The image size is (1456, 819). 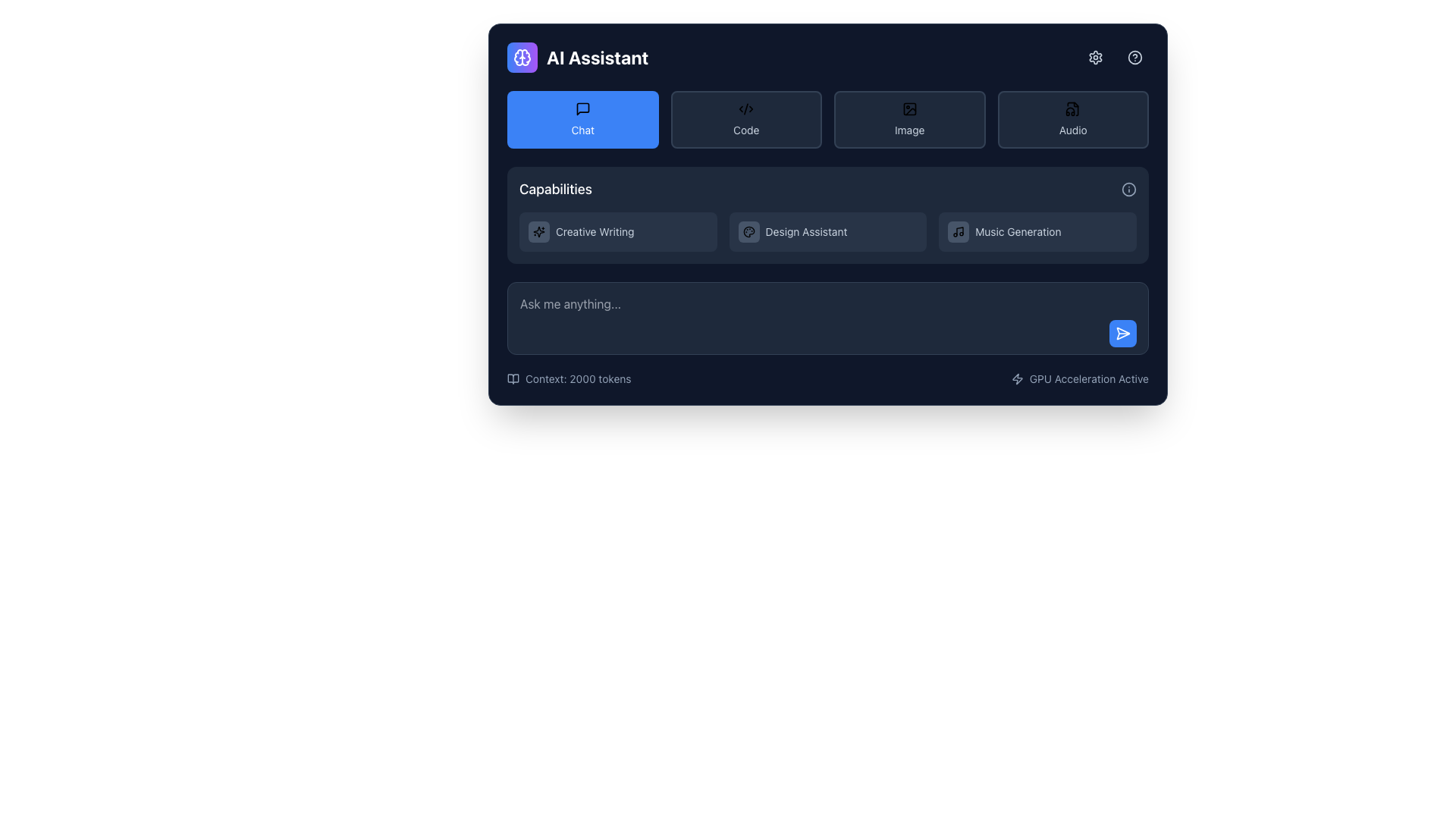 I want to click on the 'Help & Documentation' text label, which is styled in gray and located in the top-right corner of the interface, beneath the icon area, so click(x=1133, y=94).